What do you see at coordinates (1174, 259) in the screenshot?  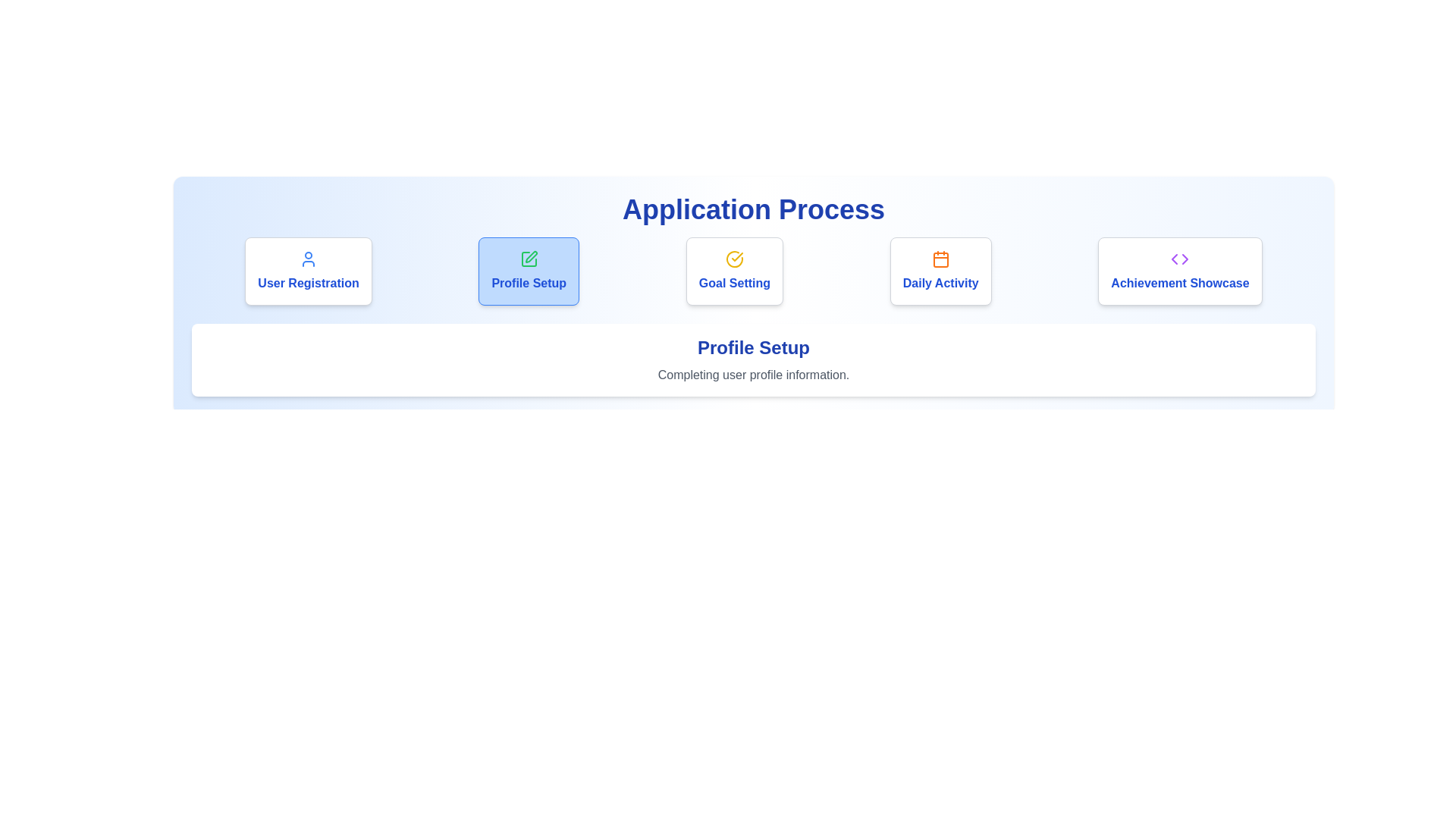 I see `the small, leftward pointing triangular arrow icon styled with purple color within the 'Achievement Showcase' card` at bounding box center [1174, 259].